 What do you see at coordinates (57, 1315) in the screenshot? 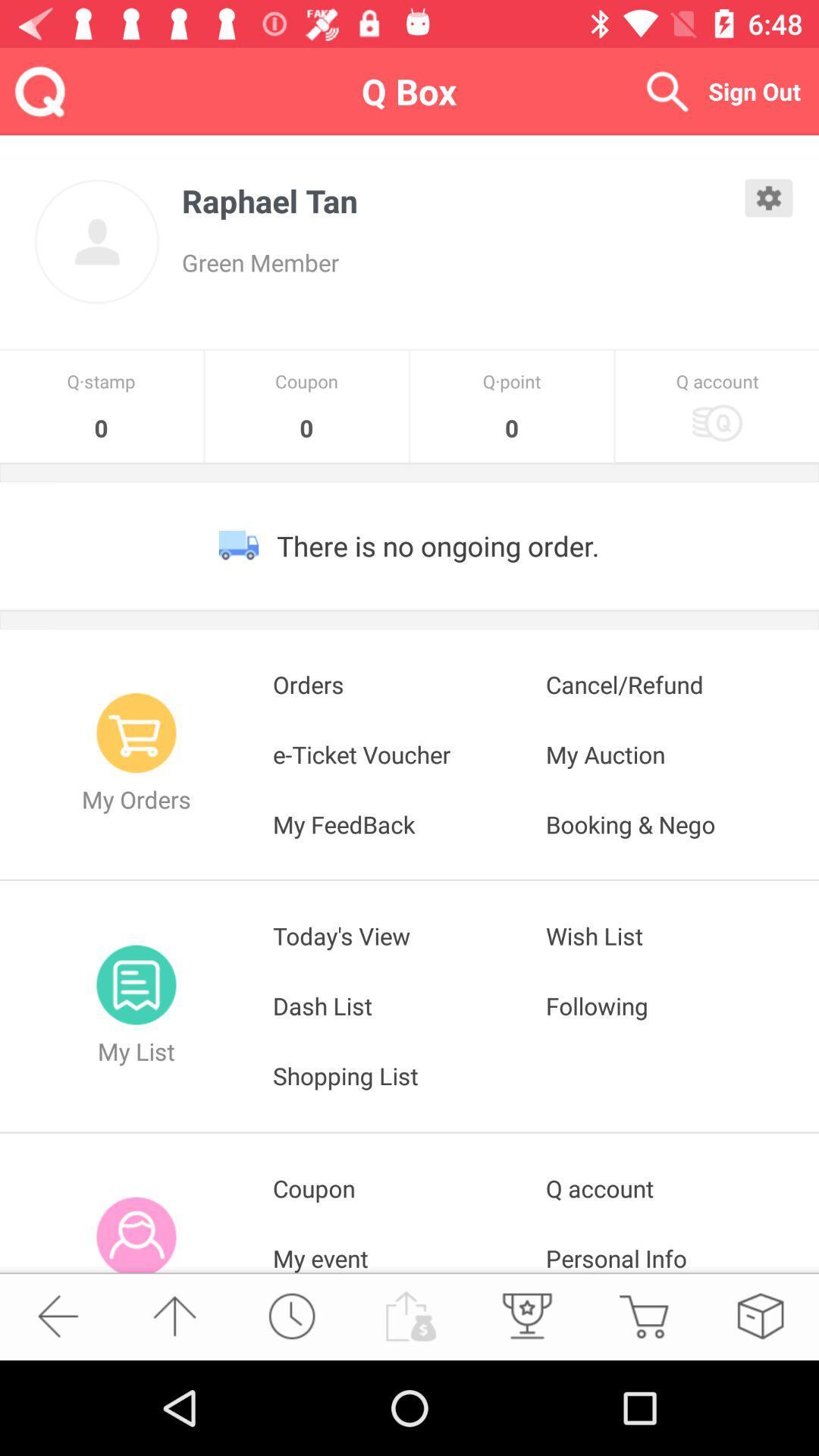
I see `the icon below my info app` at bounding box center [57, 1315].